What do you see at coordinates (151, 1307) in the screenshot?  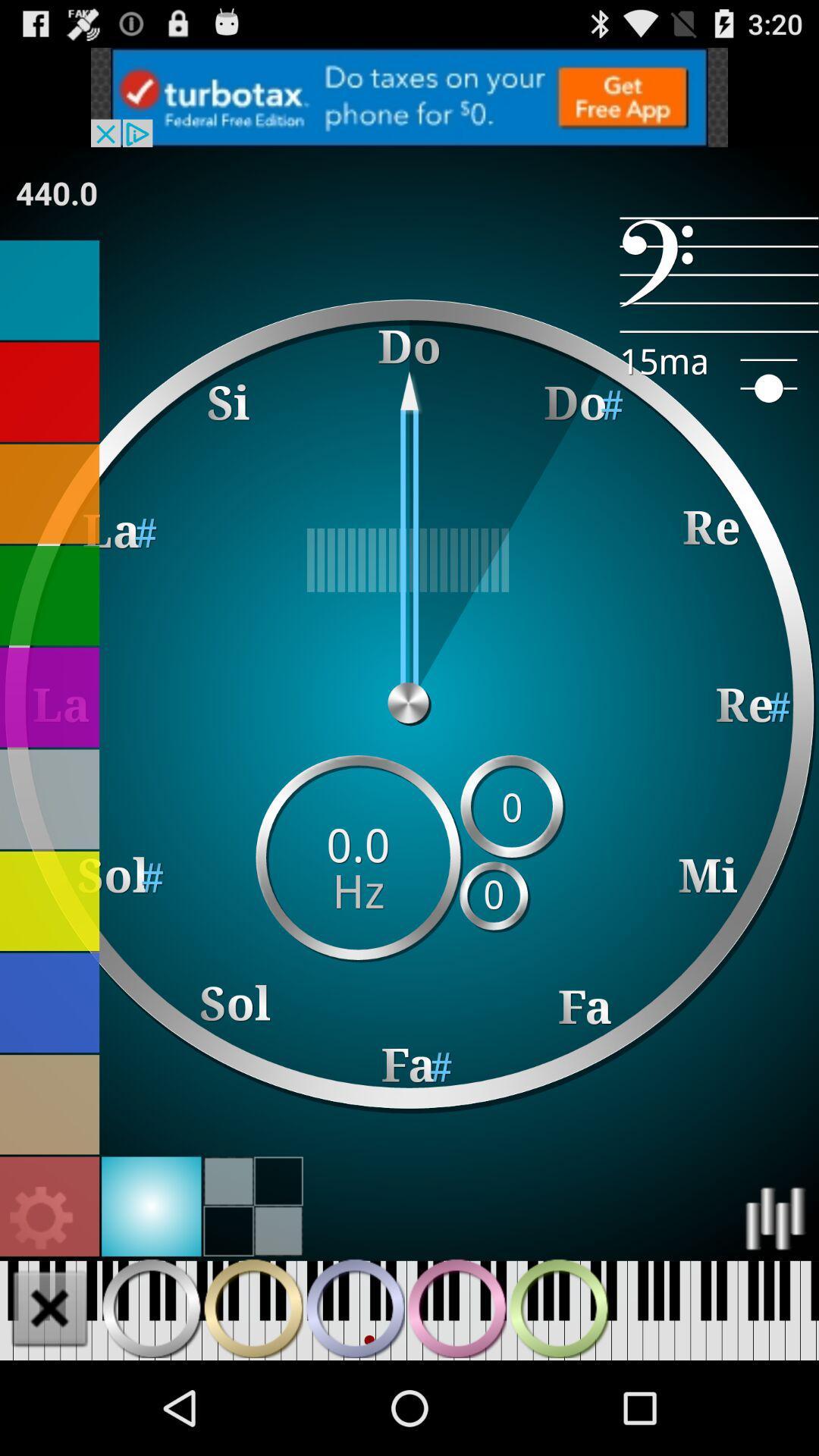 I see `previous` at bounding box center [151, 1307].